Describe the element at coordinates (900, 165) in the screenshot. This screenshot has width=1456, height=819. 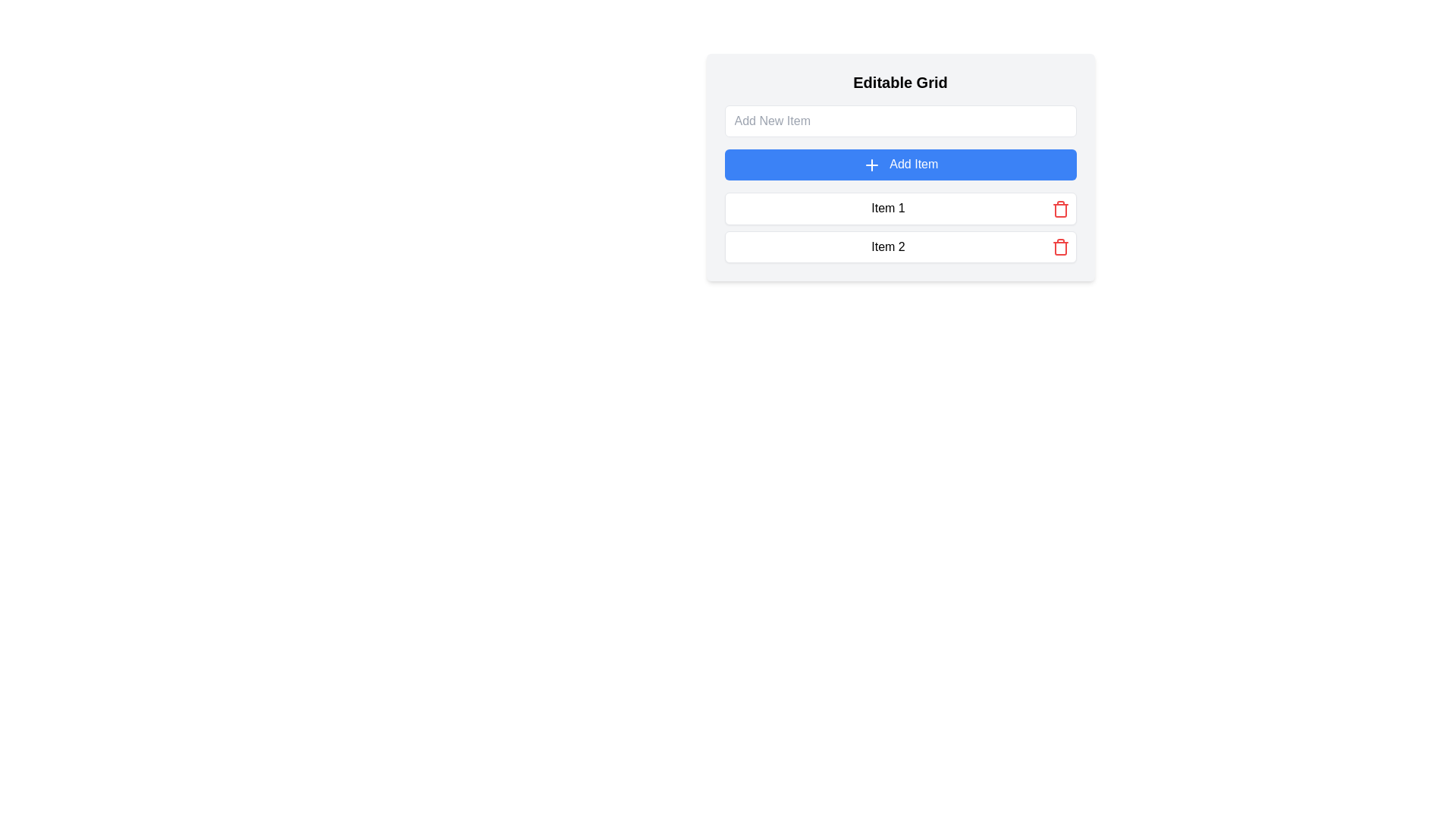
I see `the 'Add New Item' button located directly below the input box and above the item list` at that location.